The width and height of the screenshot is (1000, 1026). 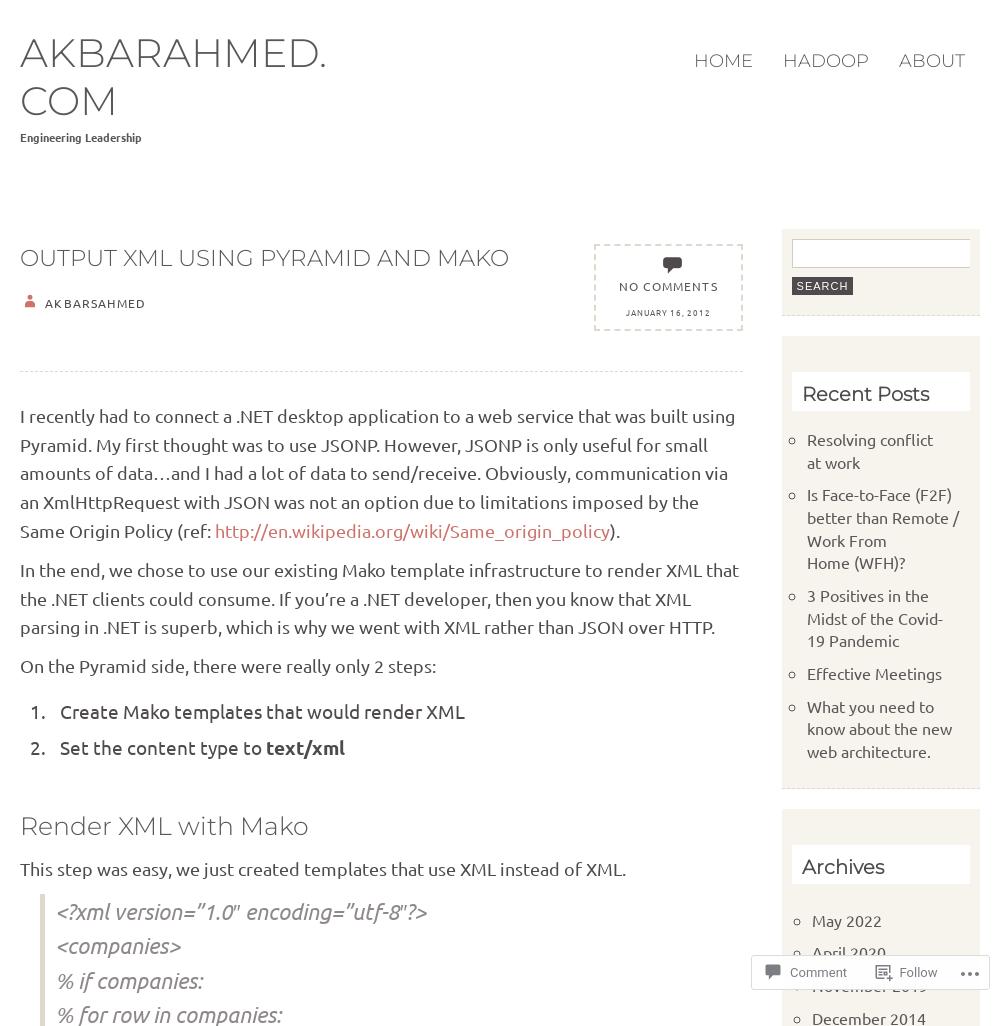 I want to click on 'Is Face-to-Face (F2F) better than Remote / Work From Home (WFH)?', so click(x=882, y=527).